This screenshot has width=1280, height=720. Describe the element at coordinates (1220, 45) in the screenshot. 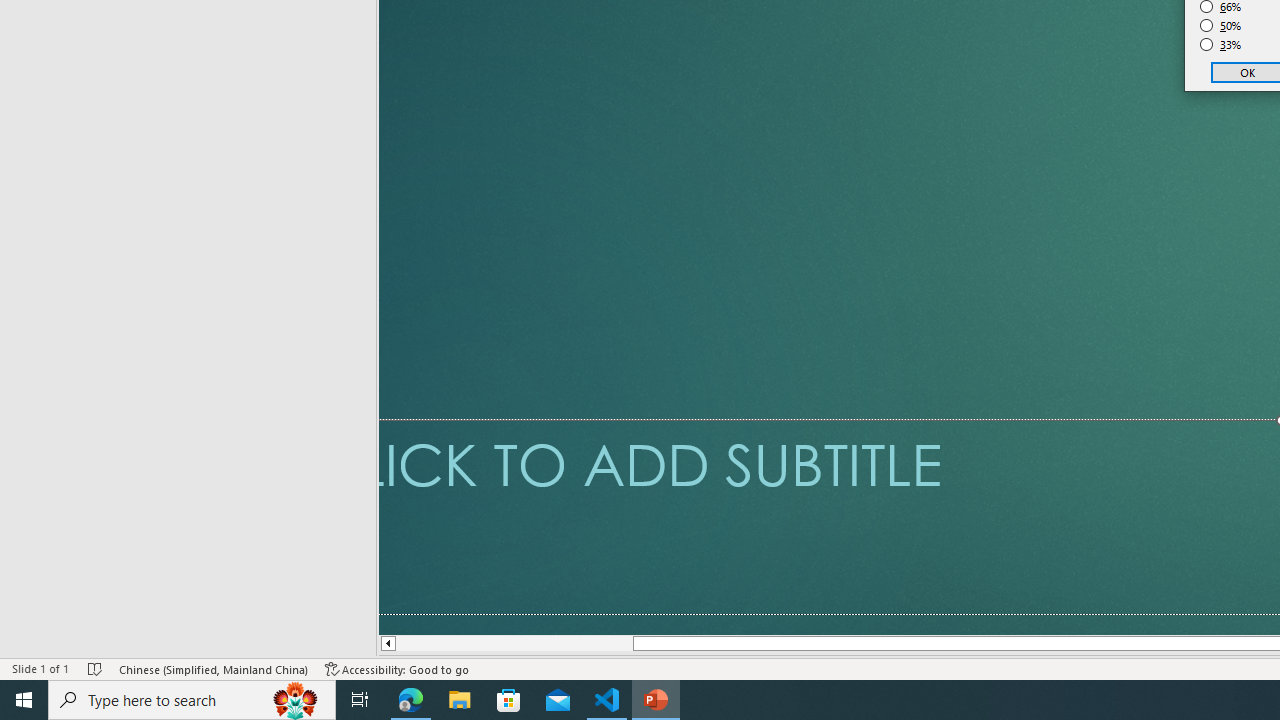

I see `'33%'` at that location.